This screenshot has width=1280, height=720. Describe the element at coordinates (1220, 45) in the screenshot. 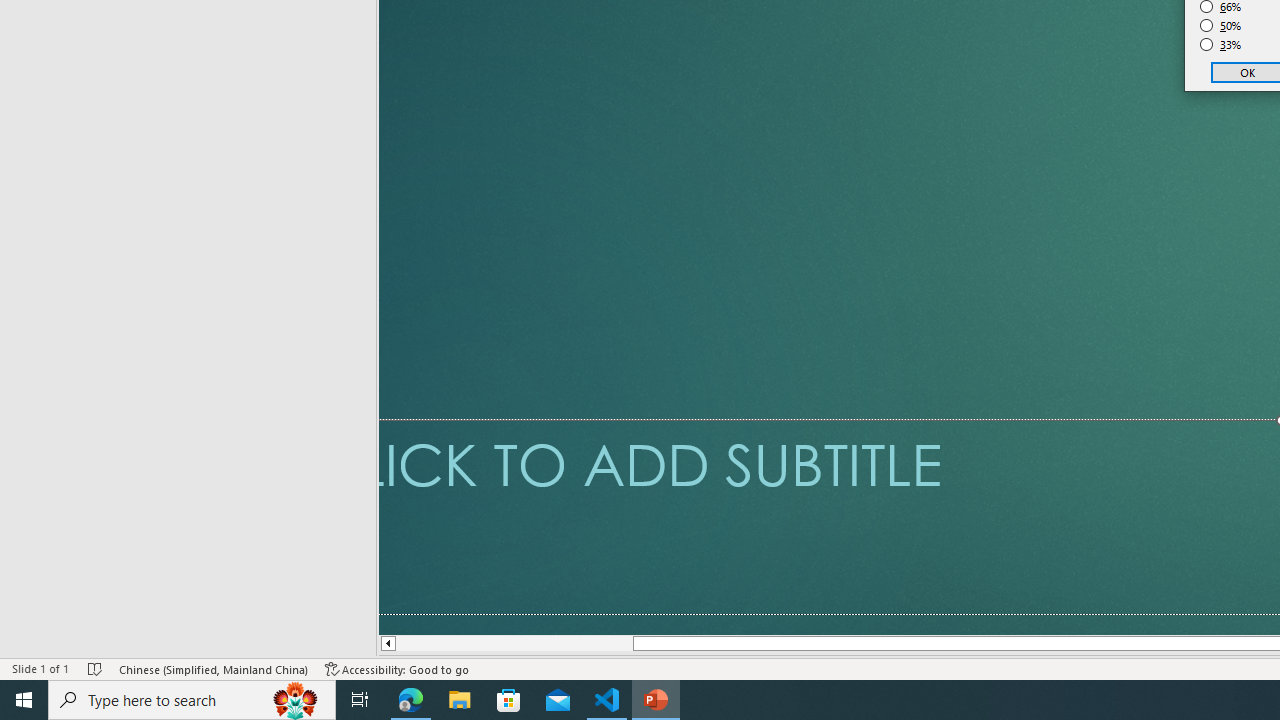

I see `'33%'` at that location.